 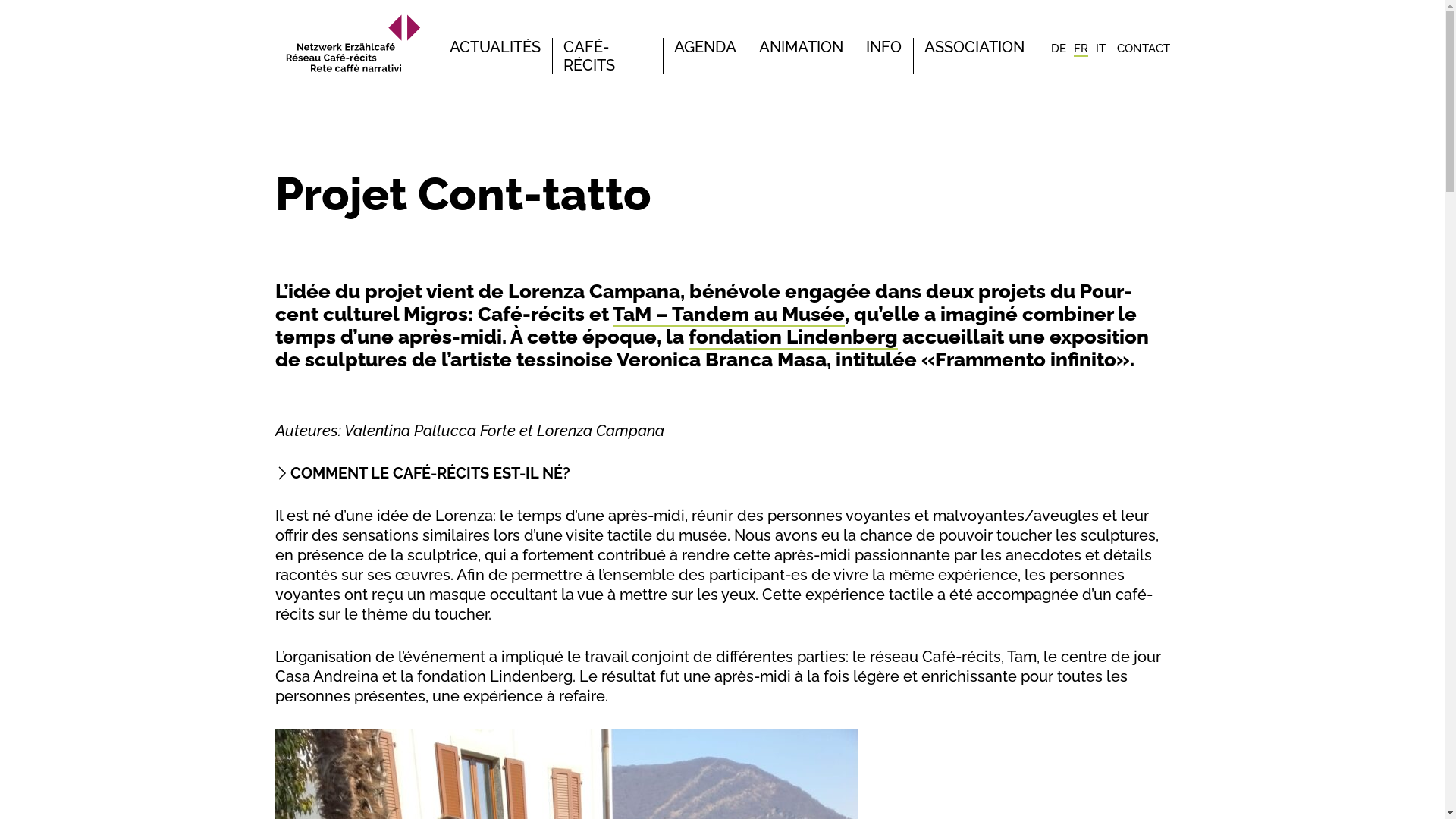 I want to click on 'ASSOCIATION', so click(x=923, y=45).